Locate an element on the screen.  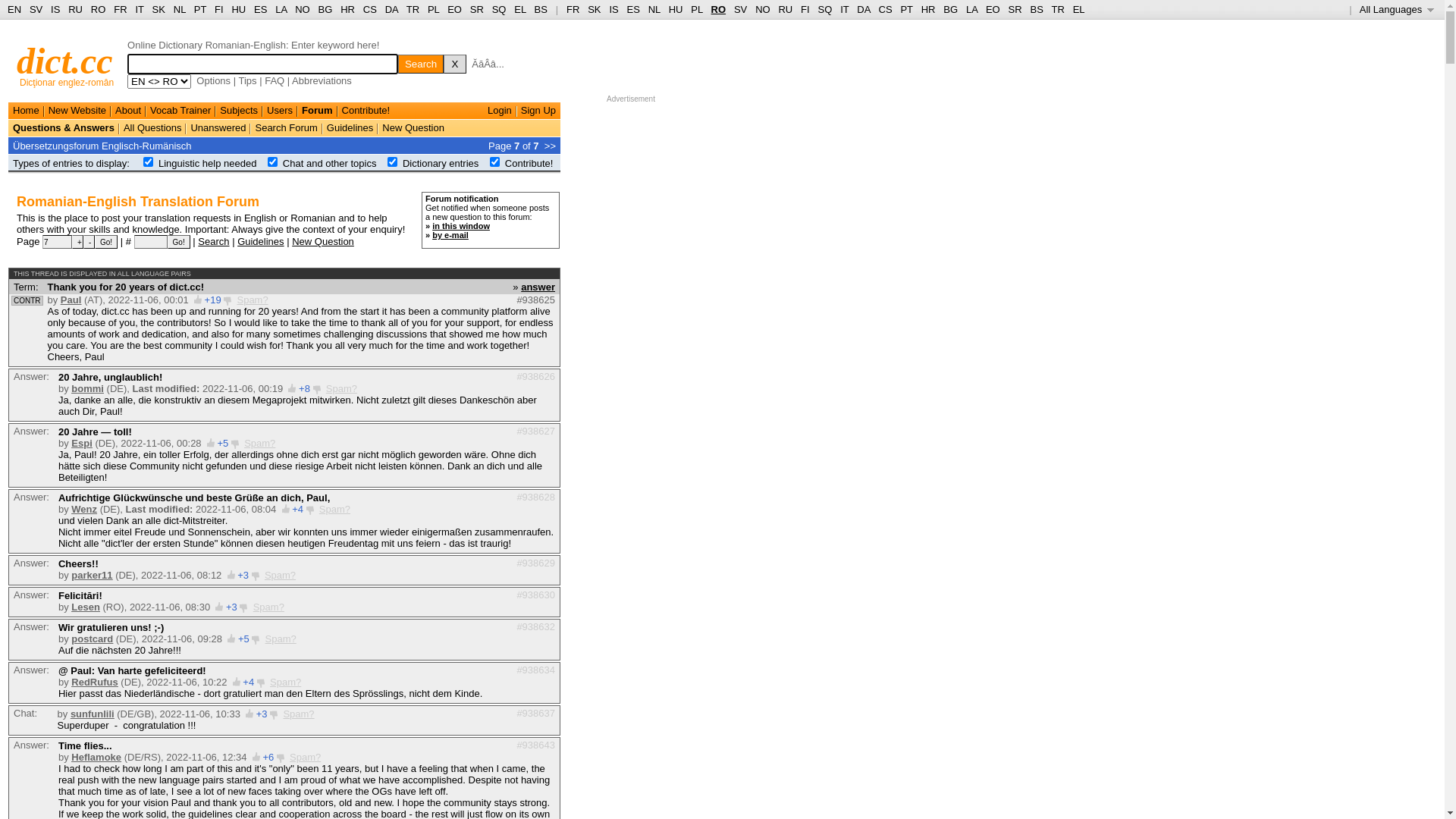
'PT' is located at coordinates (906, 9).